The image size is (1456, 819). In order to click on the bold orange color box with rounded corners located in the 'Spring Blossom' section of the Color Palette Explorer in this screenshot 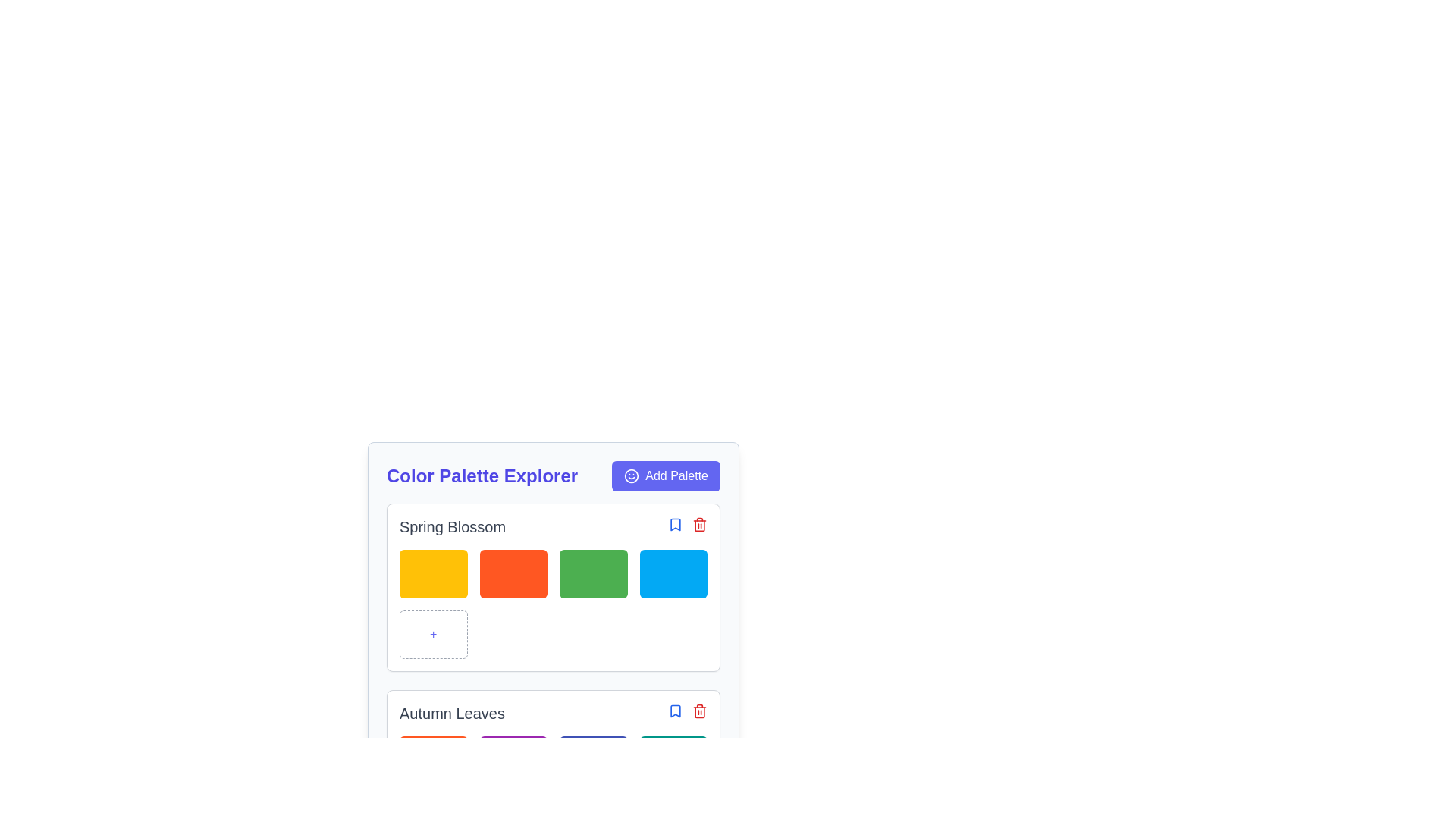, I will do `click(513, 573)`.